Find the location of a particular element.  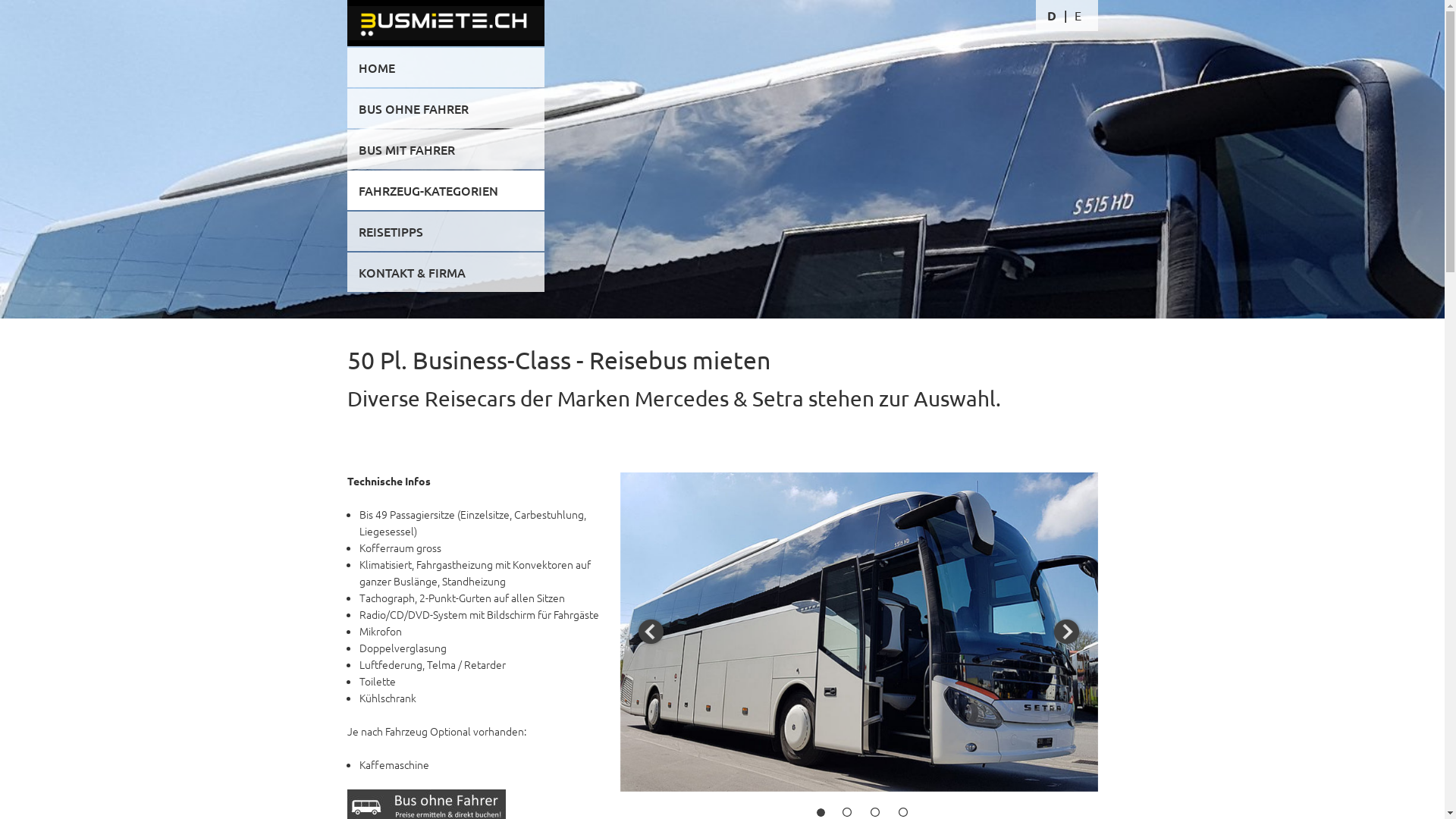

'KONTAKT & FIRMA' is located at coordinates (445, 271).